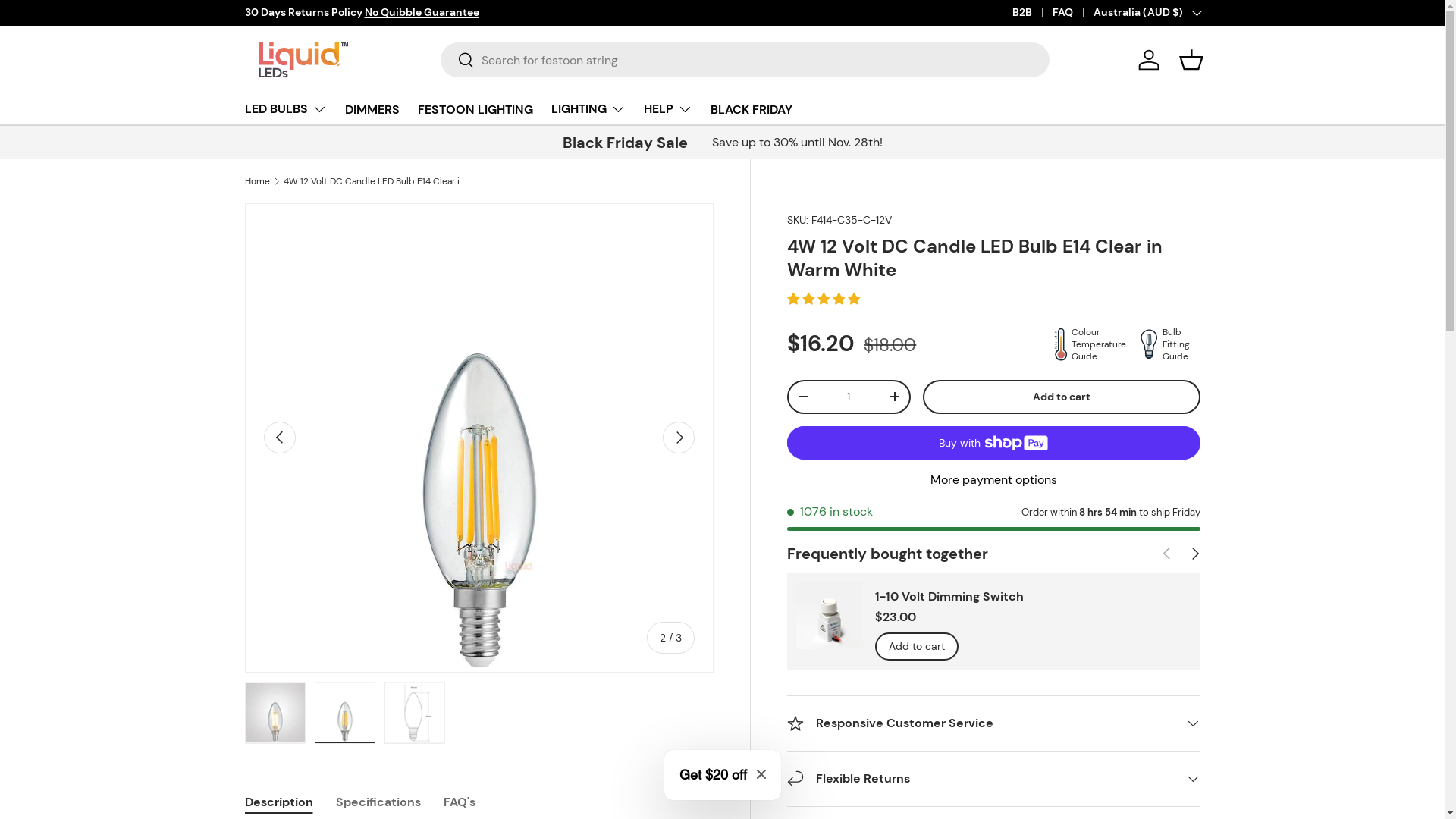 The image size is (1456, 819). I want to click on 'No Quibble Guarantee', so click(421, 11).